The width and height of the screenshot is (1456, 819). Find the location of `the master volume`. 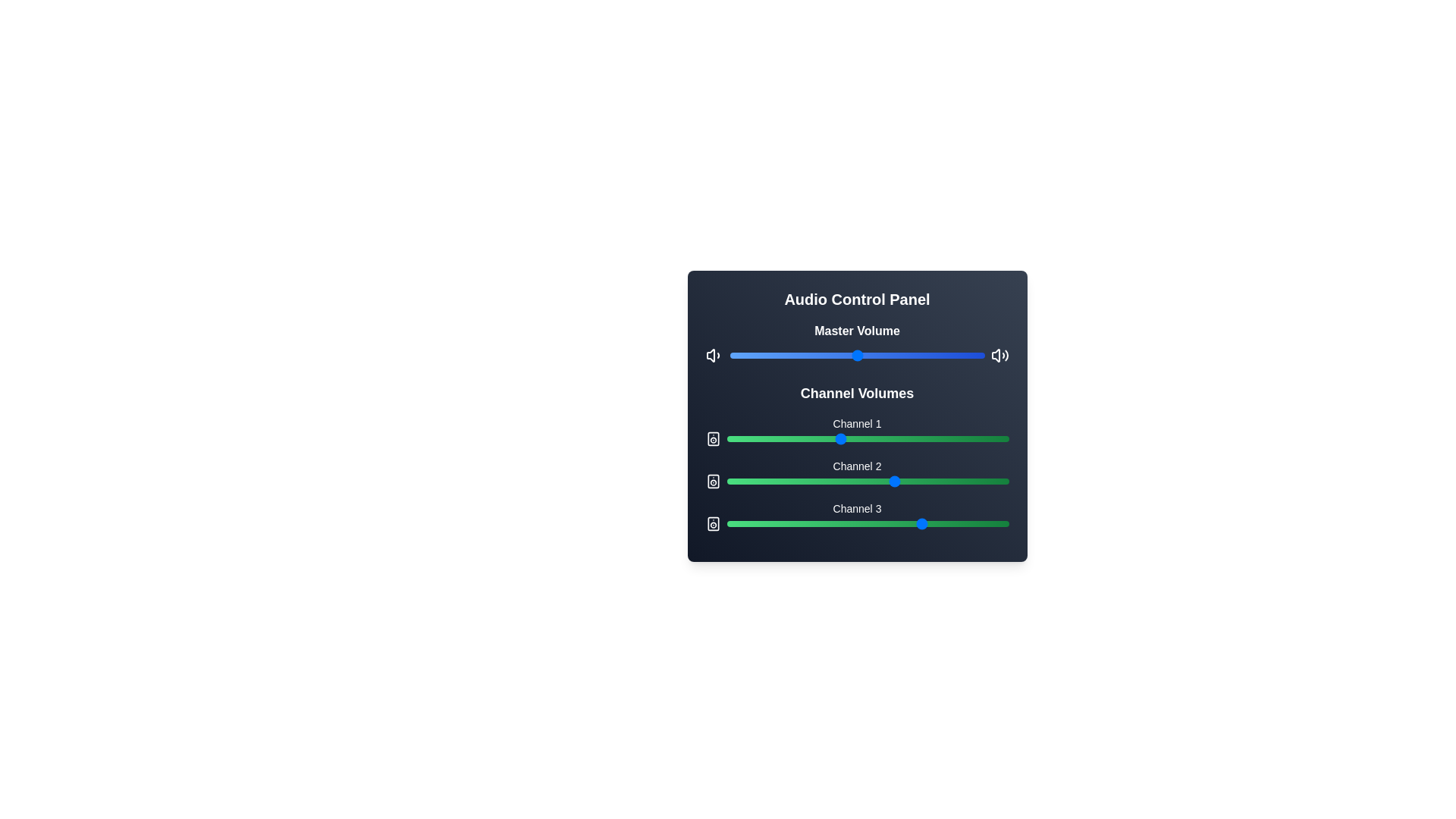

the master volume is located at coordinates (963, 356).